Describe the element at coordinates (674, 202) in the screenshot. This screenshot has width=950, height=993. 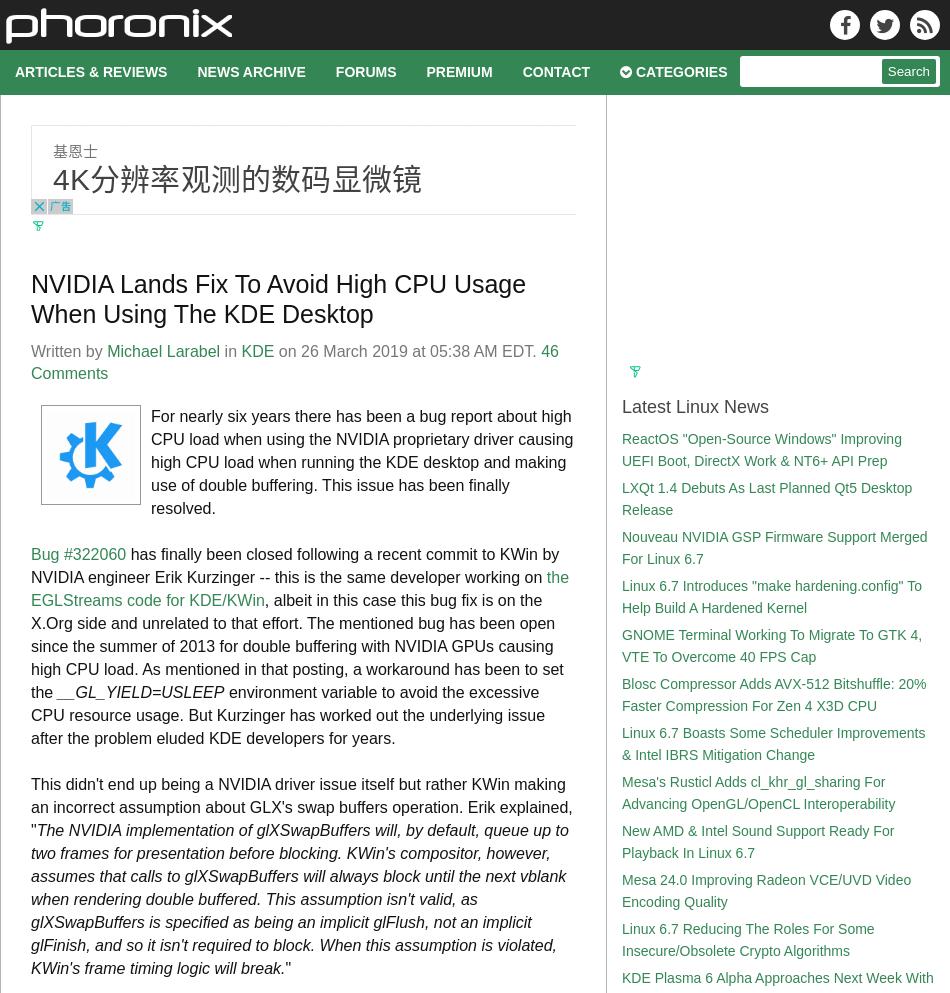
I see `'Graphics Cards'` at that location.